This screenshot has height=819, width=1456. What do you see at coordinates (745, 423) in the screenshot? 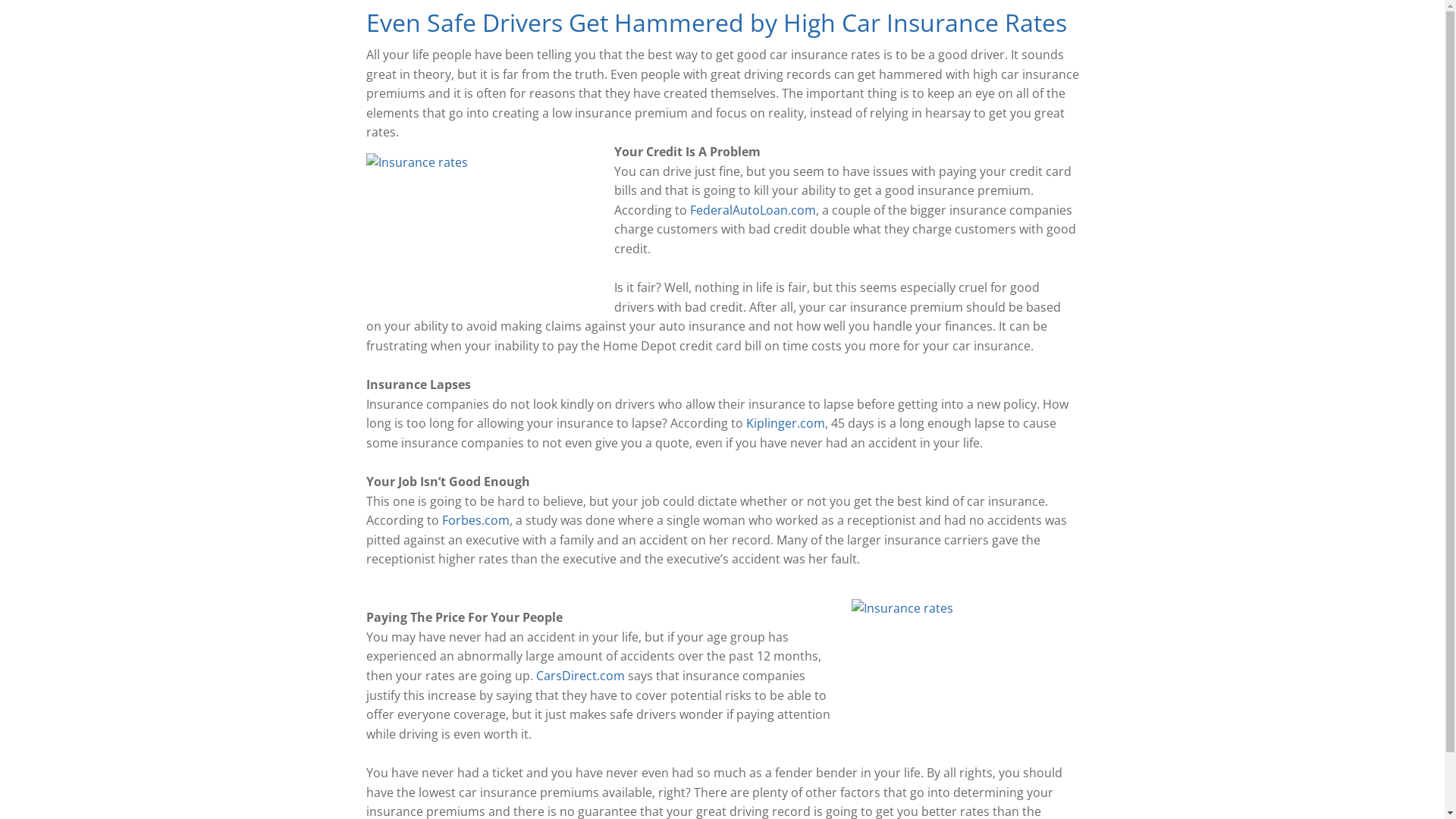
I see `'Kiplinger.com'` at bounding box center [745, 423].